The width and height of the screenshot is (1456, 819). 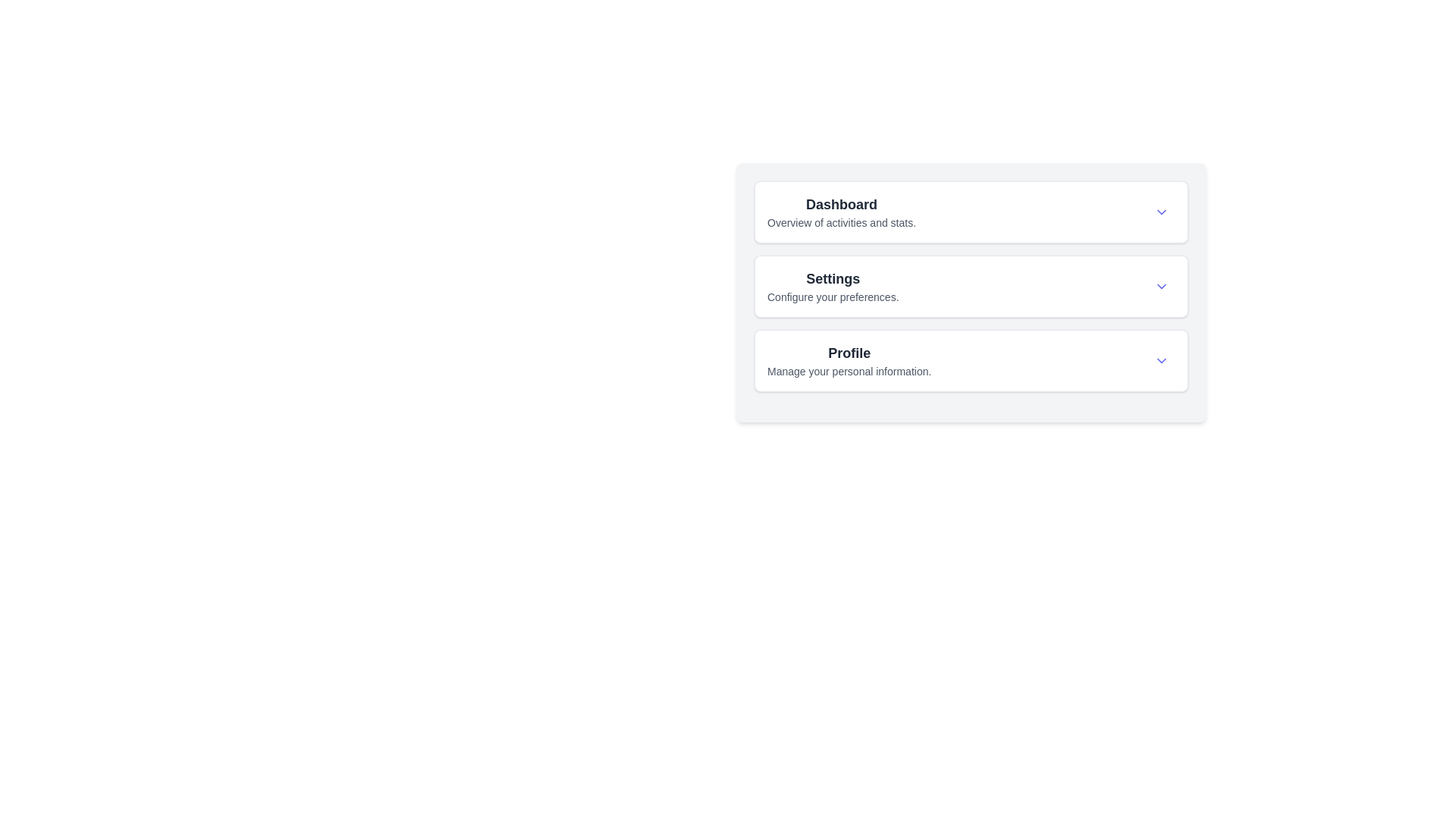 I want to click on the 'Settings' button, which features a bold title and a description, located in a vertical list between 'Dashboard' and 'Profile', so click(x=971, y=287).